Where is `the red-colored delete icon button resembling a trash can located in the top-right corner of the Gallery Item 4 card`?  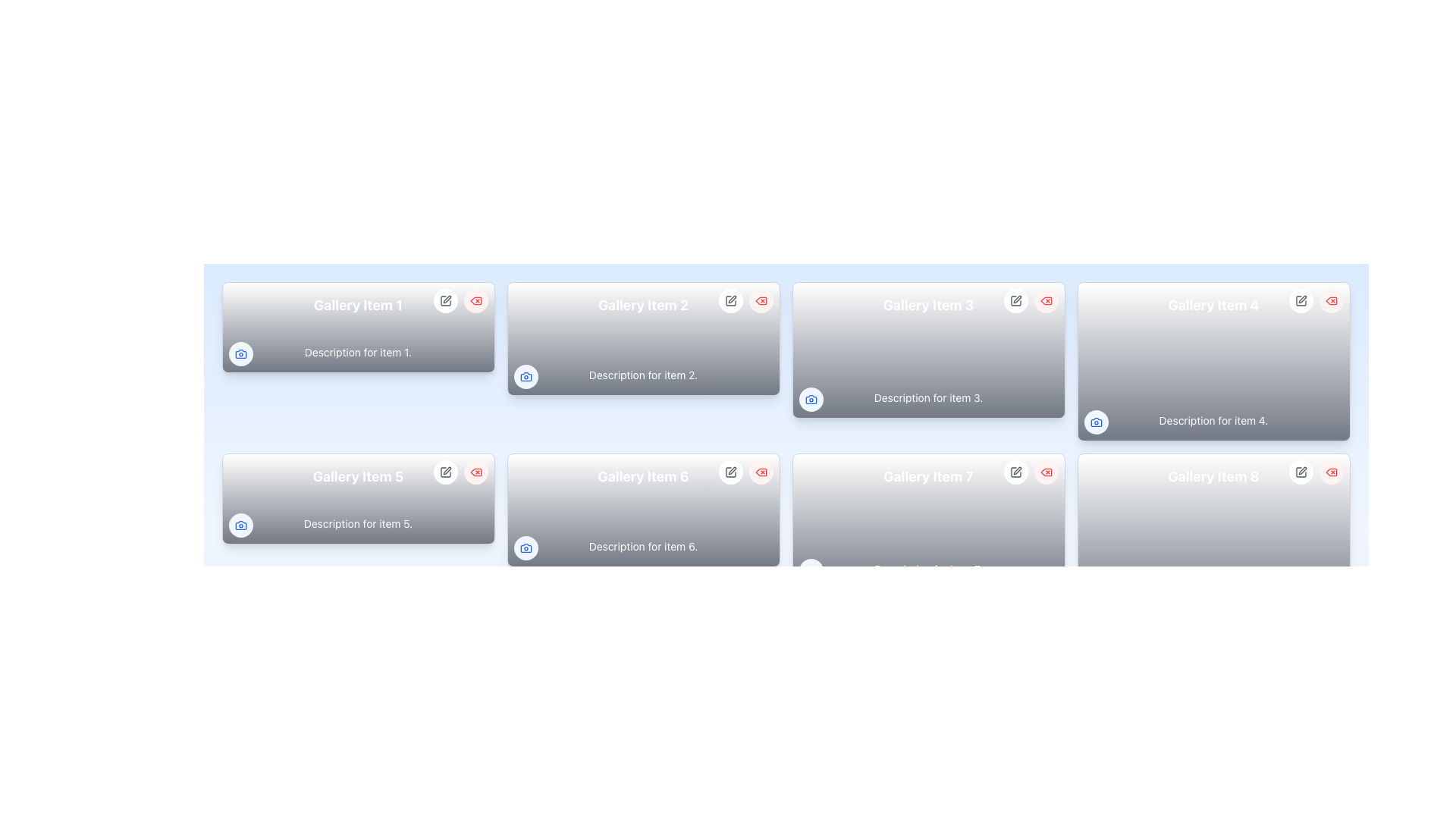
the red-colored delete icon button resembling a trash can located in the top-right corner of the Gallery Item 4 card is located at coordinates (1330, 301).